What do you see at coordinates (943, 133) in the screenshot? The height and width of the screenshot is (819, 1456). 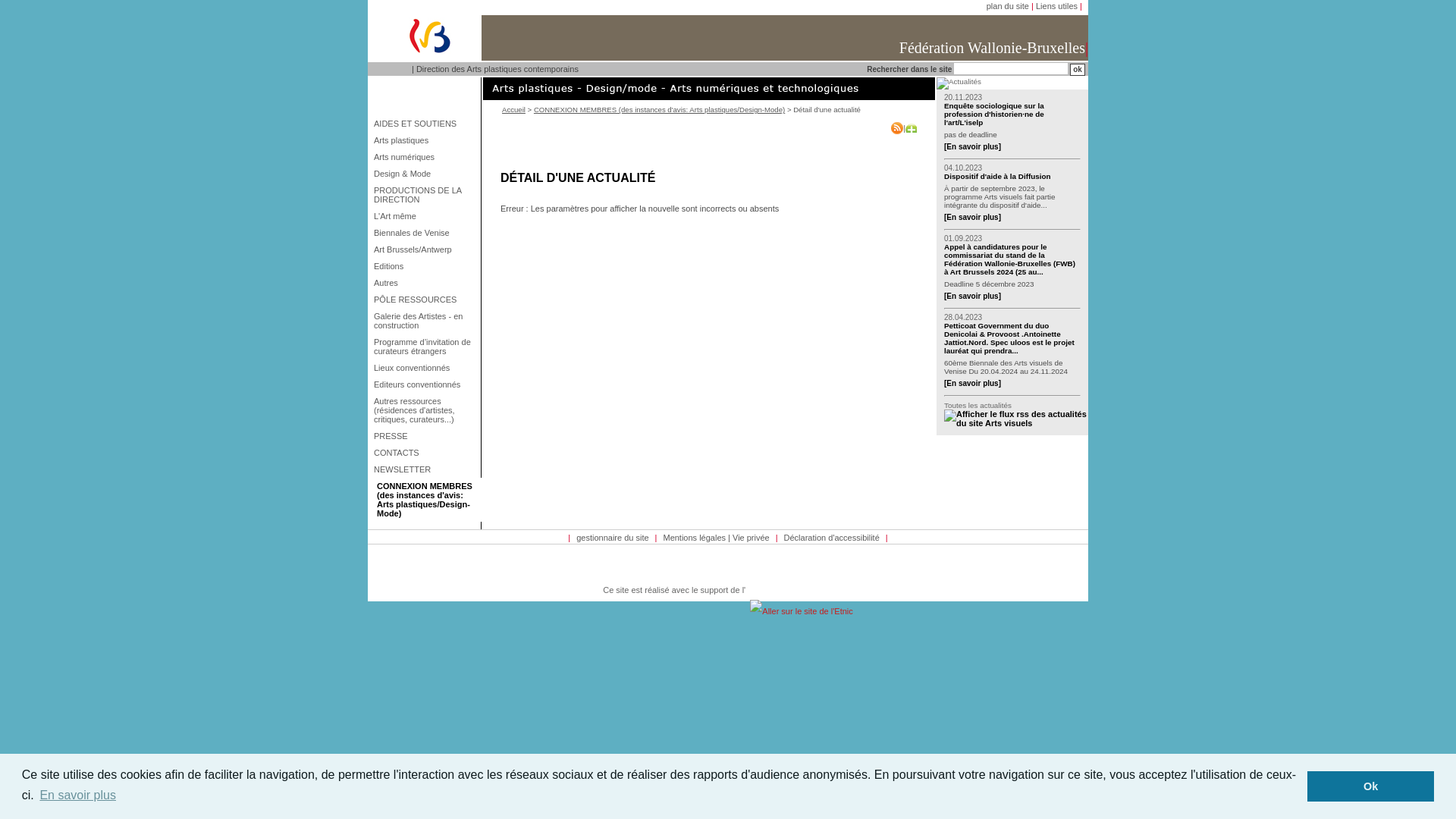 I see `'pas de deadline'` at bounding box center [943, 133].